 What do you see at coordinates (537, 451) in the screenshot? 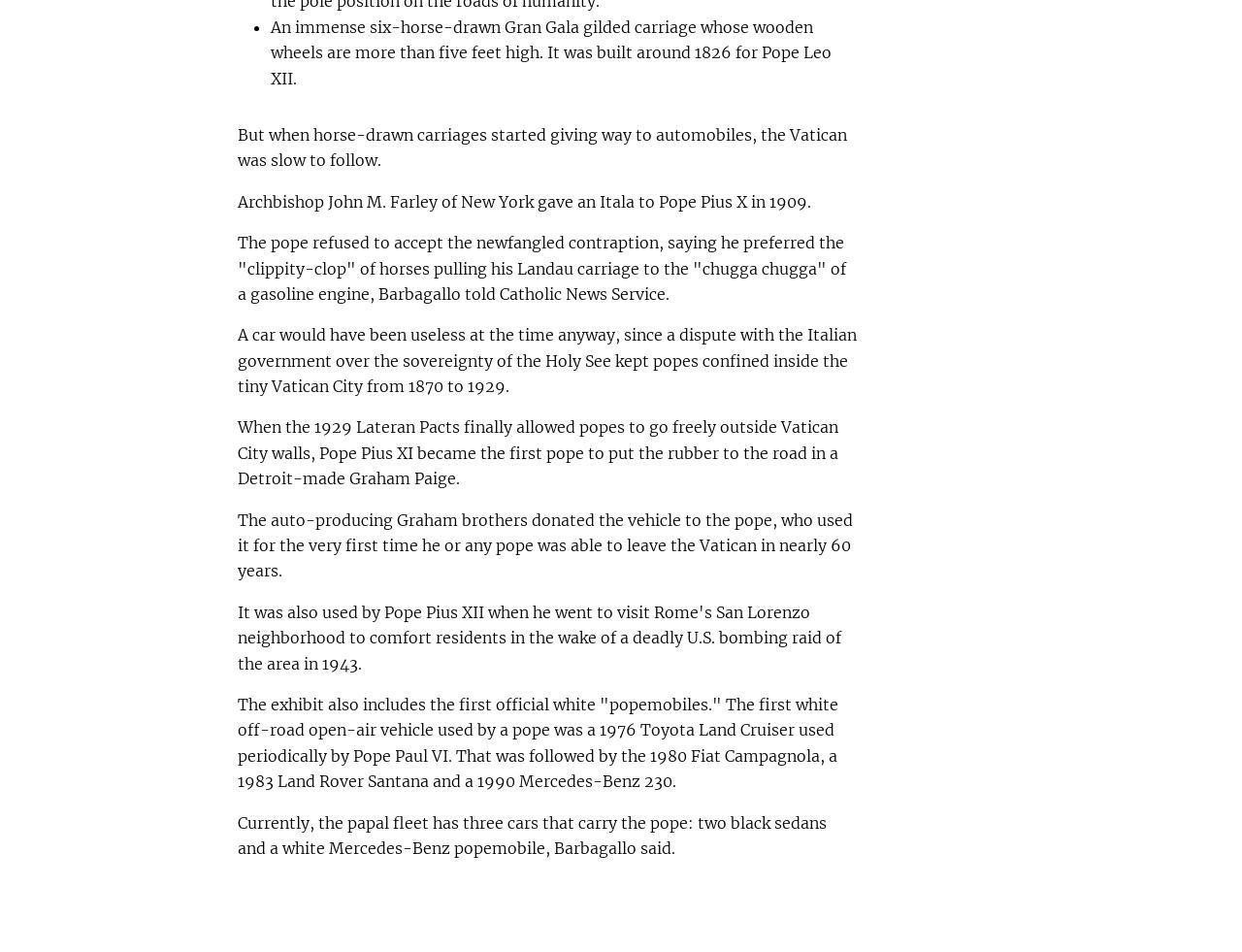
I see `'When the 1929 Lateran Pacts finally allowed popes to go freely outside Vatican City walls, Pope Pius XI became the first pope to put the rubber to the road in a Detroit-made Graham Paige.'` at bounding box center [537, 451].